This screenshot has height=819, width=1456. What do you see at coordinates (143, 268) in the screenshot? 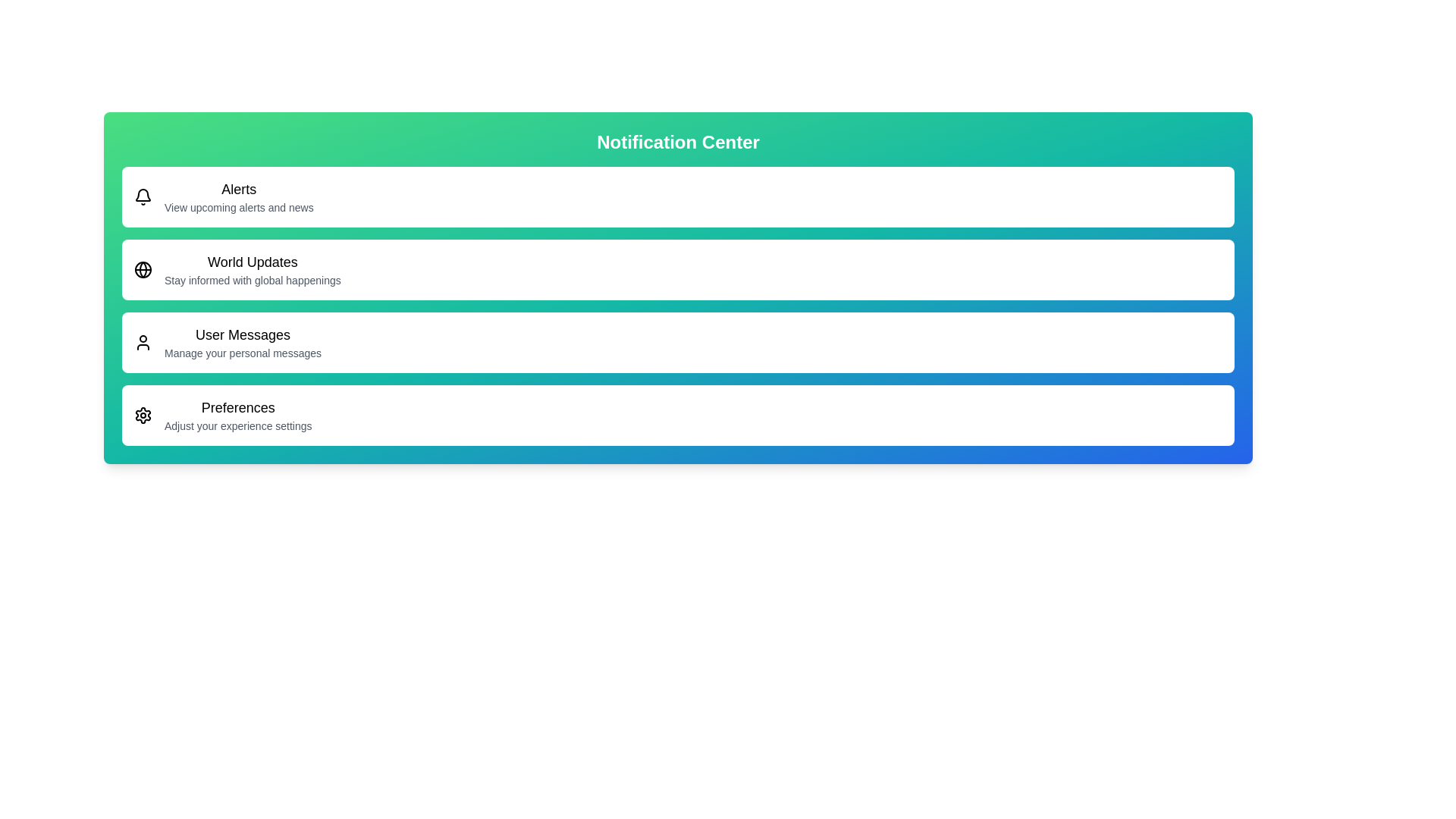
I see `the menu item corresponding to World Updates to examine its iconography` at bounding box center [143, 268].